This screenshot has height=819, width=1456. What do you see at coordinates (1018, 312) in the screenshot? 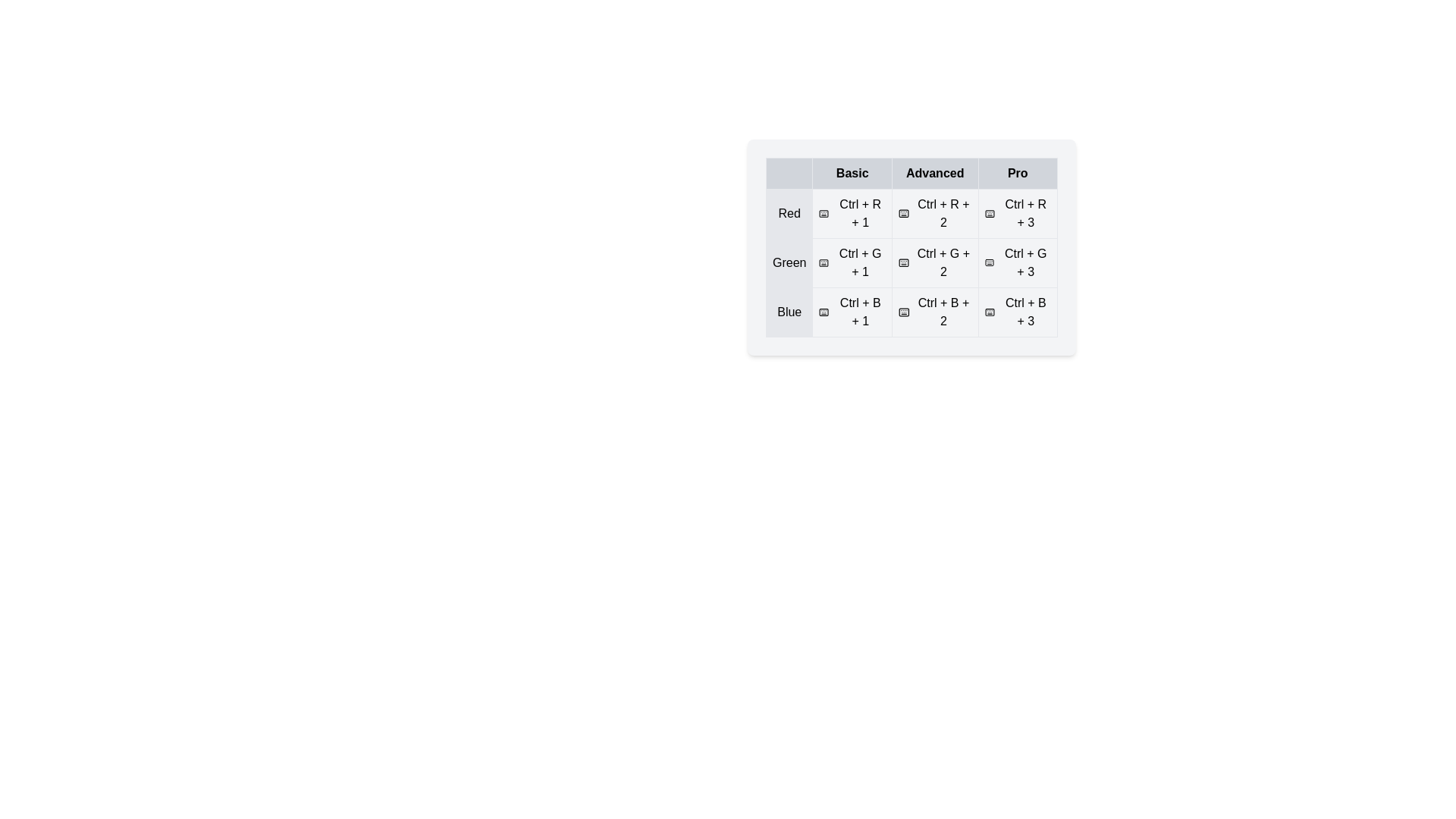
I see `text displayed in the keyboard shortcut label located in the bottom-right cell of the grid structure, which provides information about a specific shortcut combination for users` at bounding box center [1018, 312].